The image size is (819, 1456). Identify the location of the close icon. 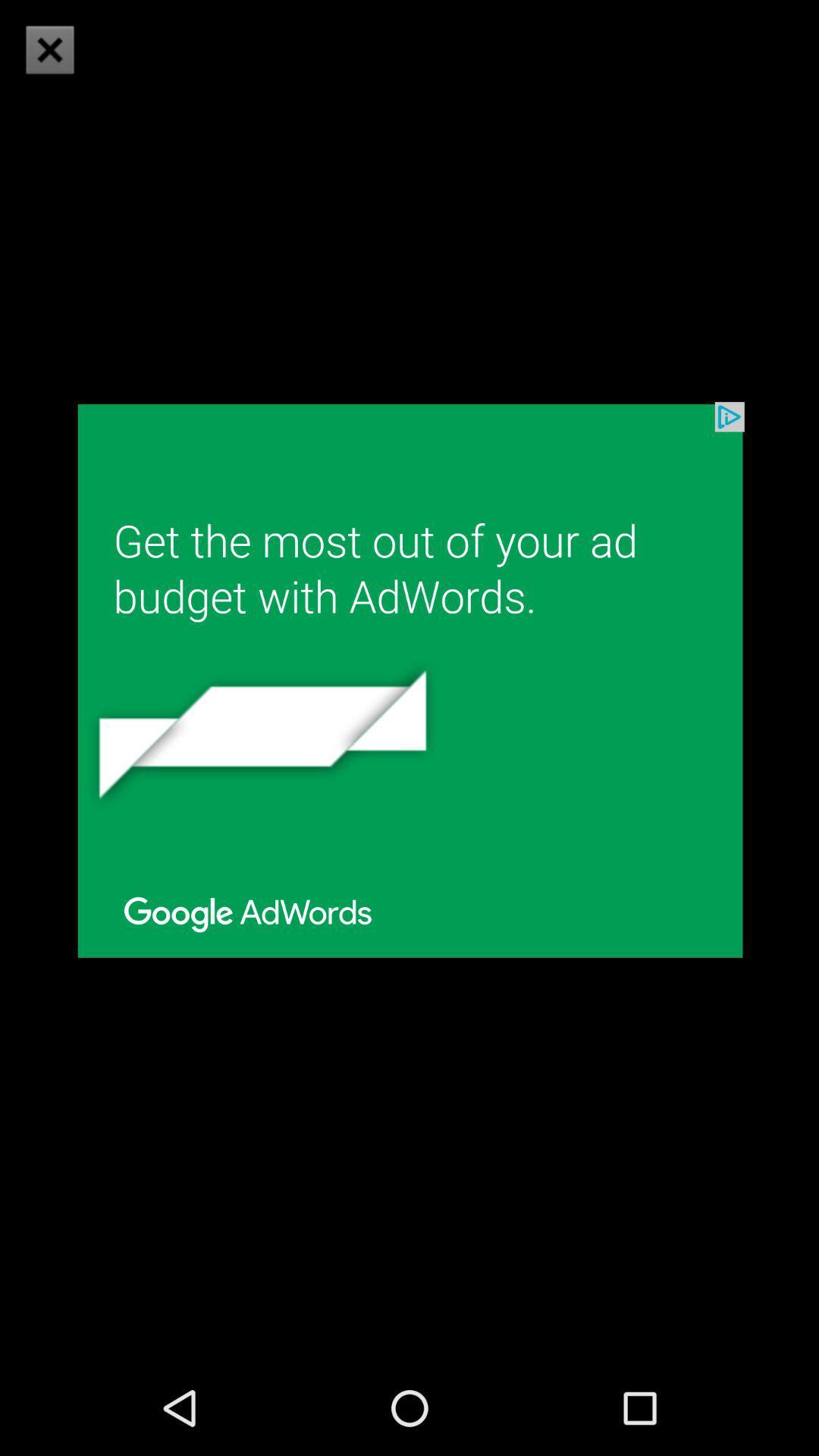
(49, 53).